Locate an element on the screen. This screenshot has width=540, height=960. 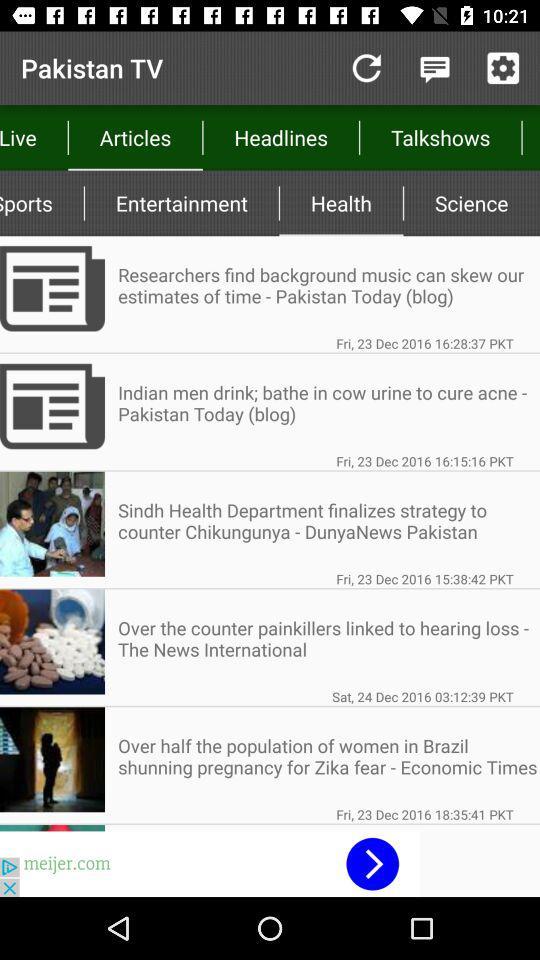
the label icon is located at coordinates (20, 21).